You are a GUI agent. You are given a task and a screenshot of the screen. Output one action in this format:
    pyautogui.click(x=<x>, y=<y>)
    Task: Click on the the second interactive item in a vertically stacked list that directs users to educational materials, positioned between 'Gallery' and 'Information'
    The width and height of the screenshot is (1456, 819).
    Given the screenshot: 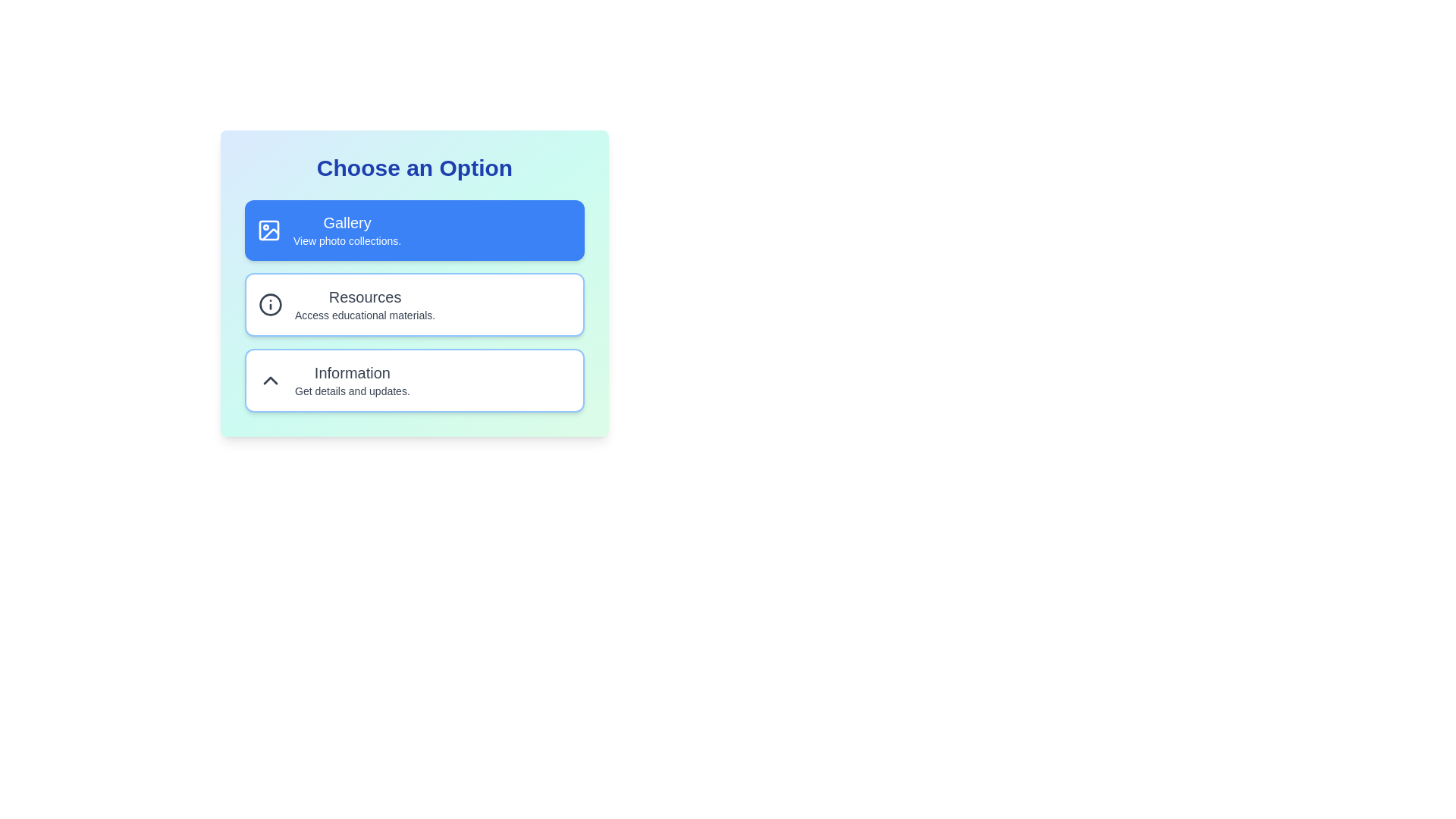 What is the action you would take?
    pyautogui.click(x=365, y=304)
    